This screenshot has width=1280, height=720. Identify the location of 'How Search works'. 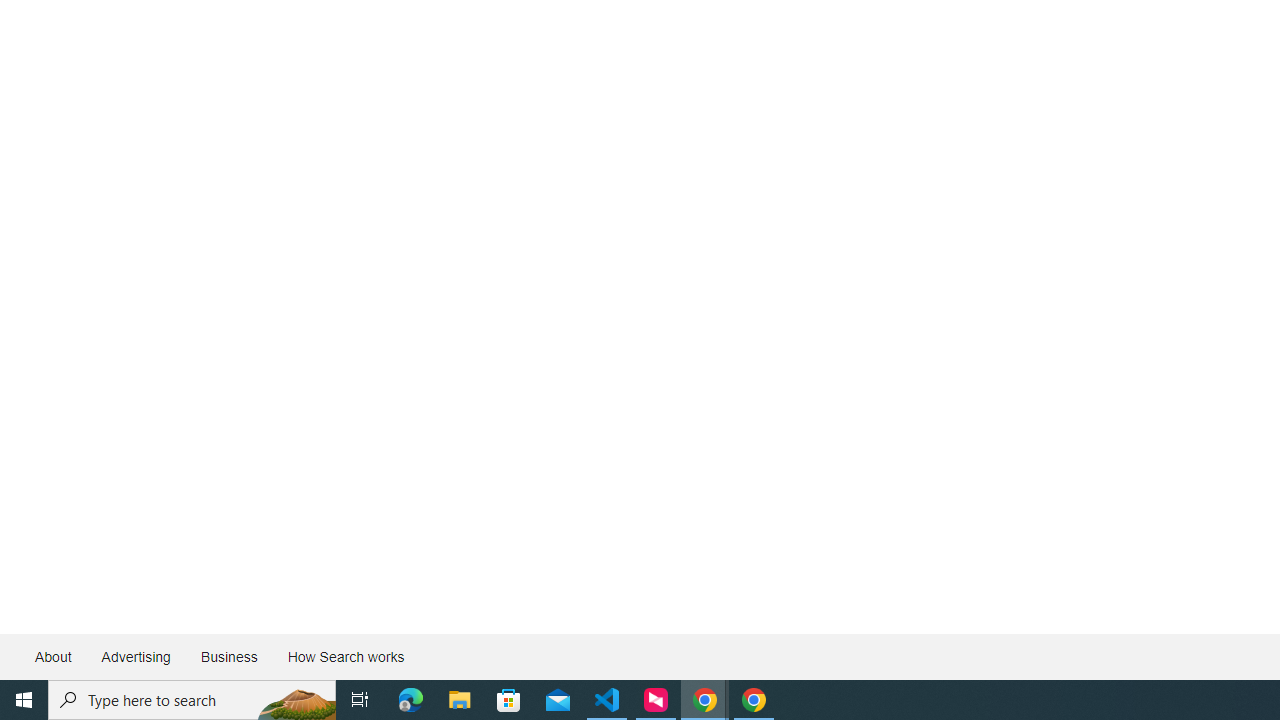
(345, 657).